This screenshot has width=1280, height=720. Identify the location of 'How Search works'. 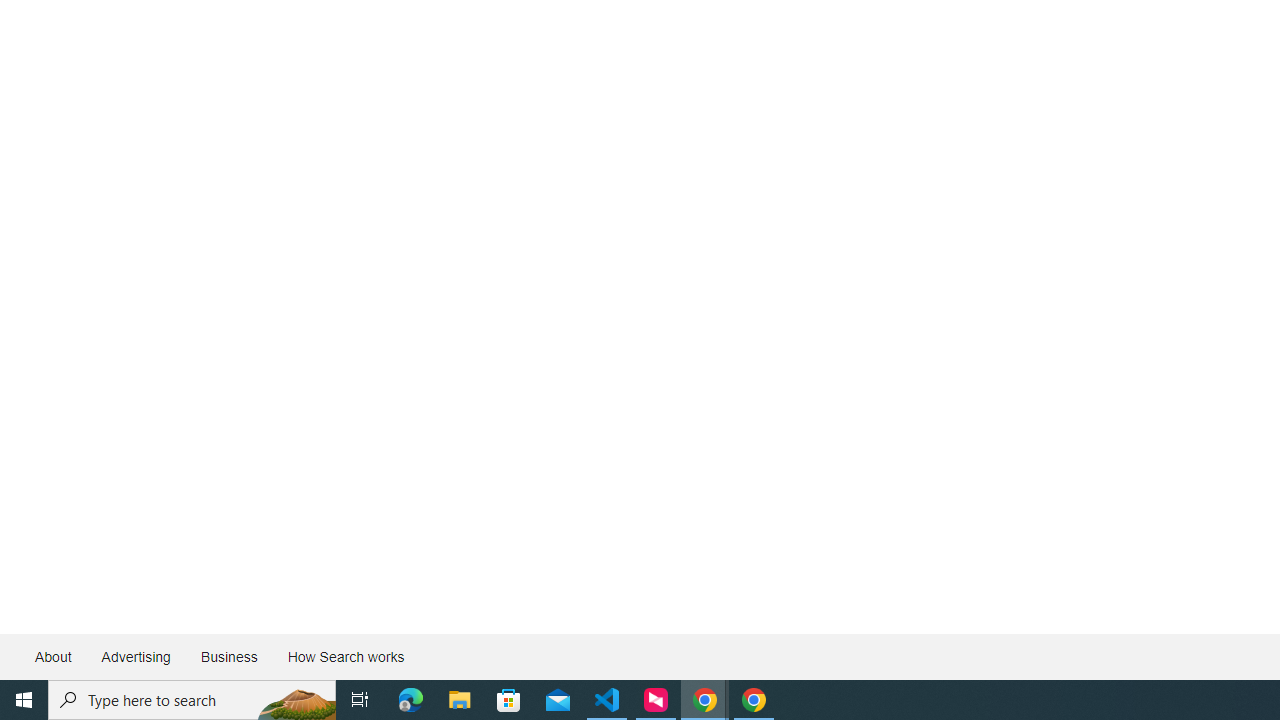
(345, 657).